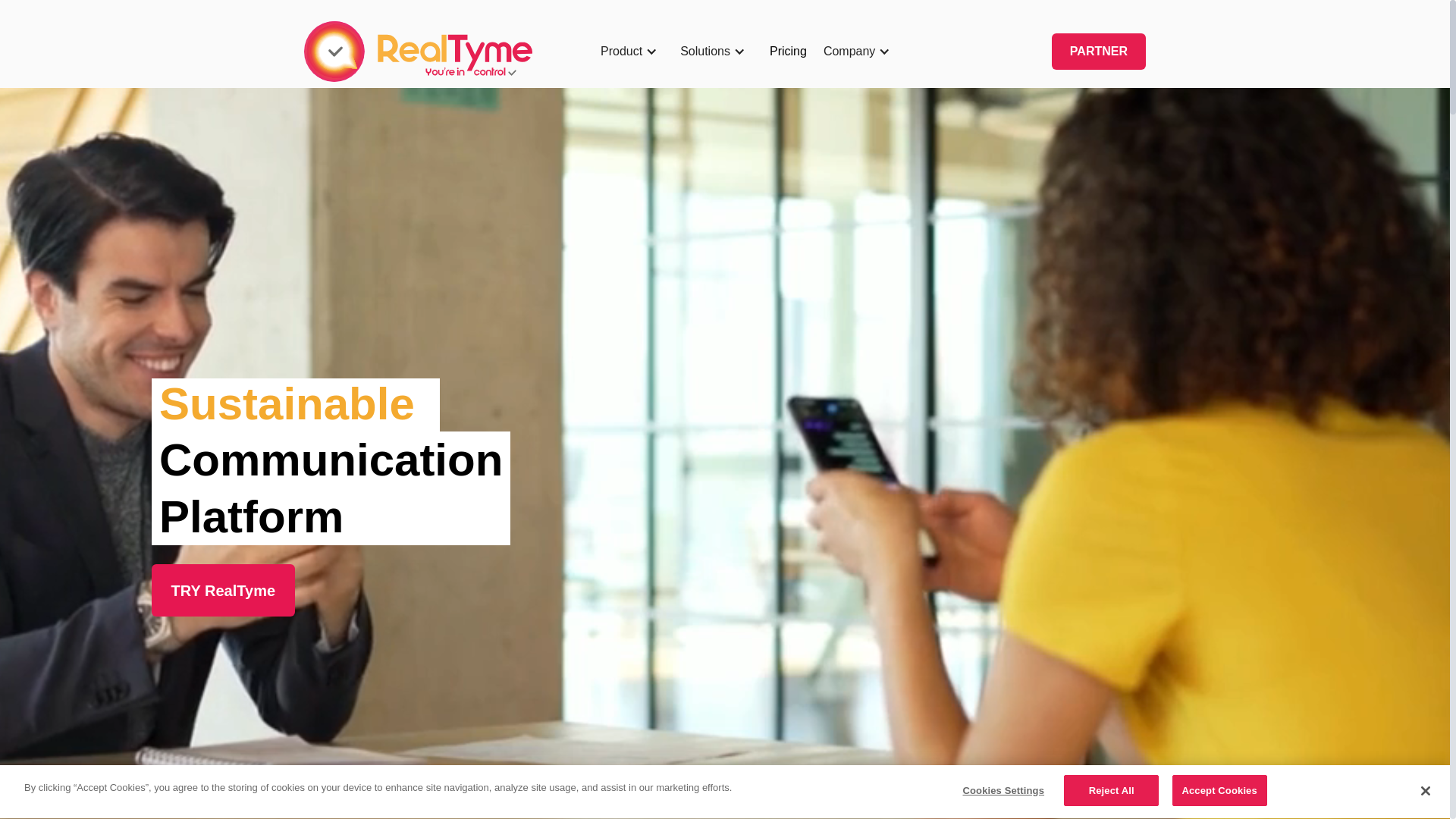 This screenshot has height=819, width=1456. Describe the element at coordinates (788, 51) in the screenshot. I see `'Pricing'` at that location.